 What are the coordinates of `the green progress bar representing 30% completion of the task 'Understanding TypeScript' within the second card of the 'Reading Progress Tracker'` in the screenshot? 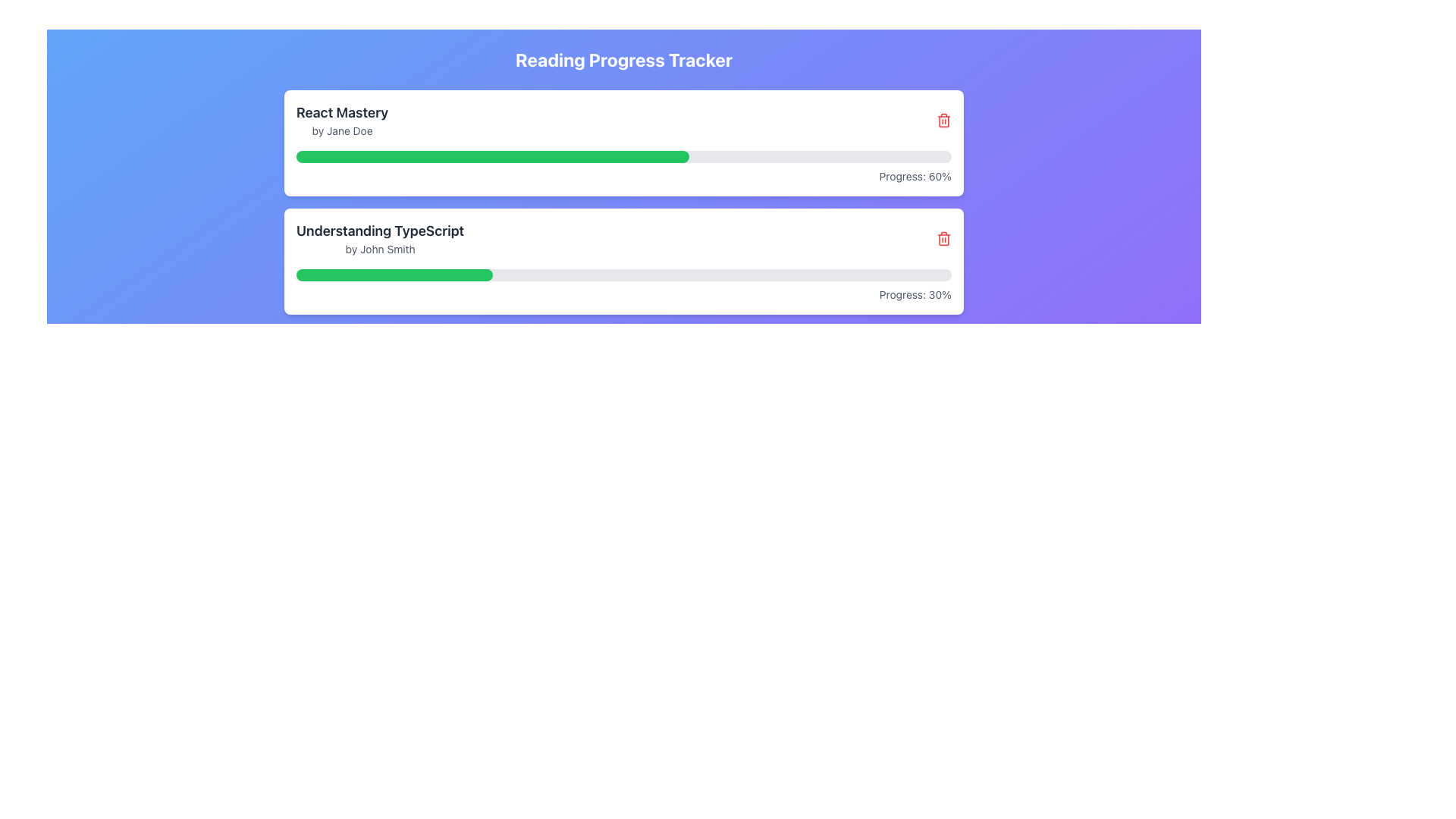 It's located at (394, 275).